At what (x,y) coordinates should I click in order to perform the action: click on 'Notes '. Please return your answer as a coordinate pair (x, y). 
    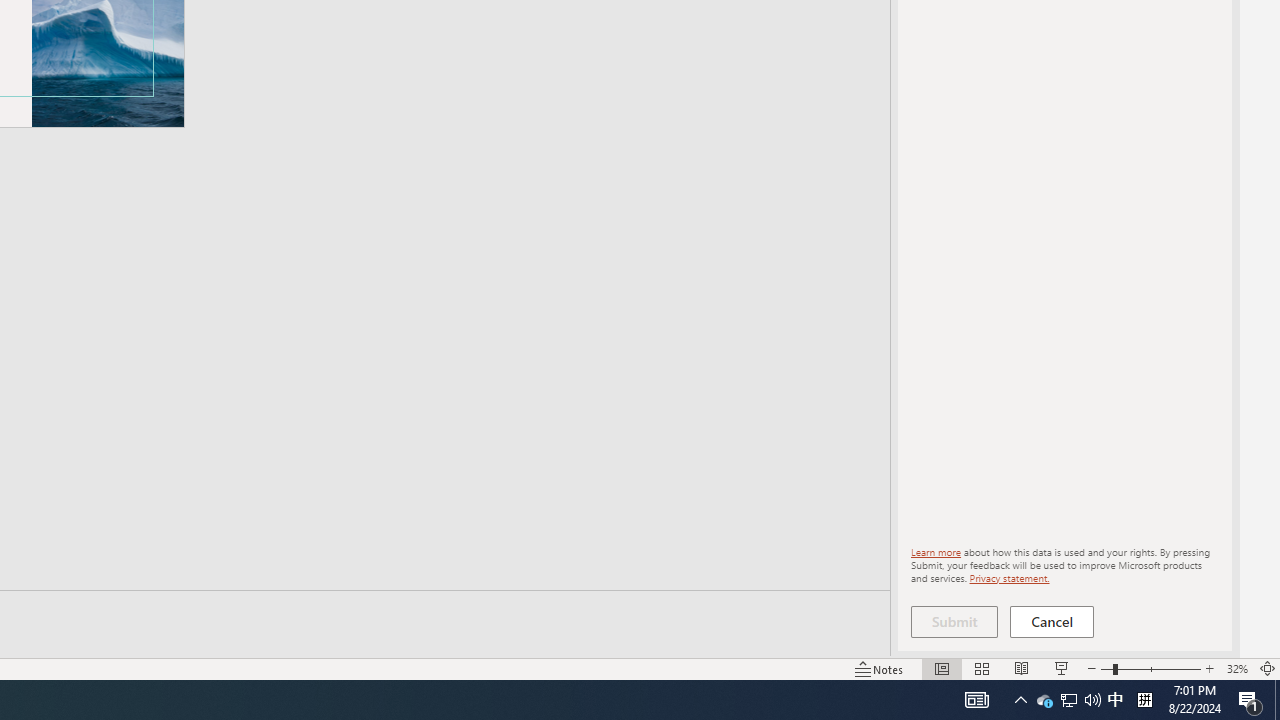
    Looking at the image, I should click on (879, 669).